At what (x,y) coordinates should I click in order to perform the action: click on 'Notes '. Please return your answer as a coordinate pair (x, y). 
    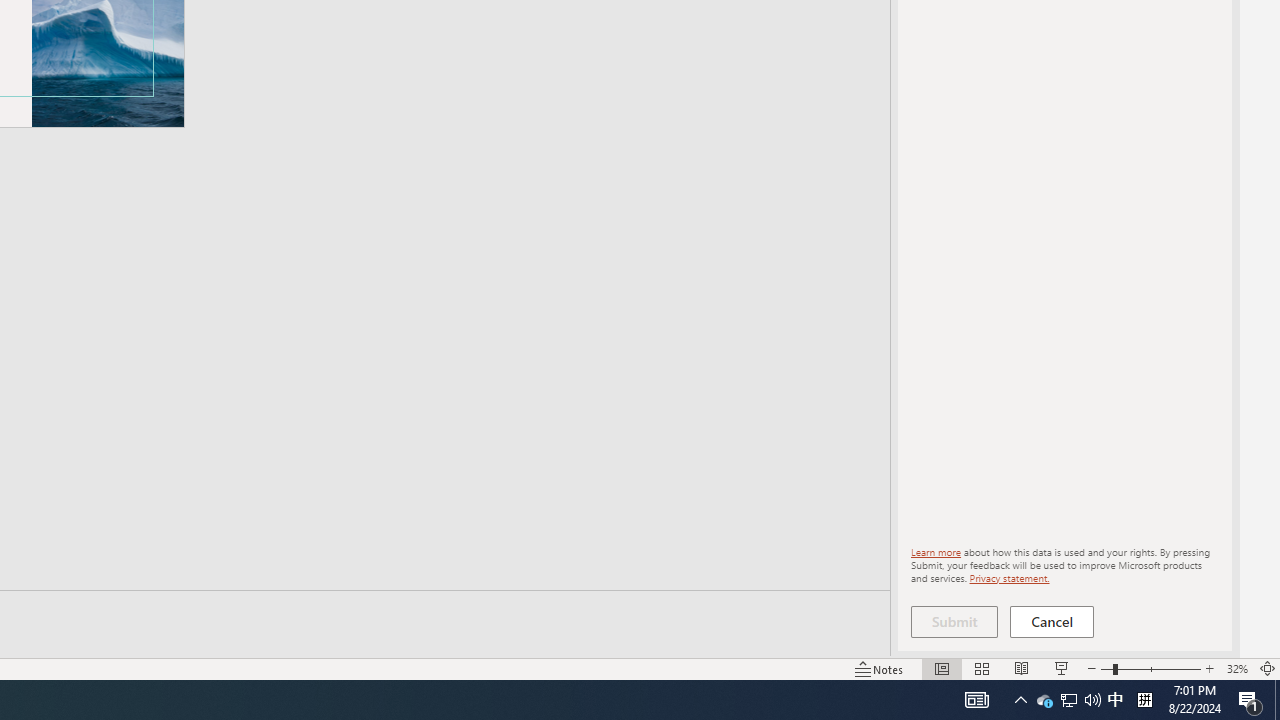
    Looking at the image, I should click on (879, 669).